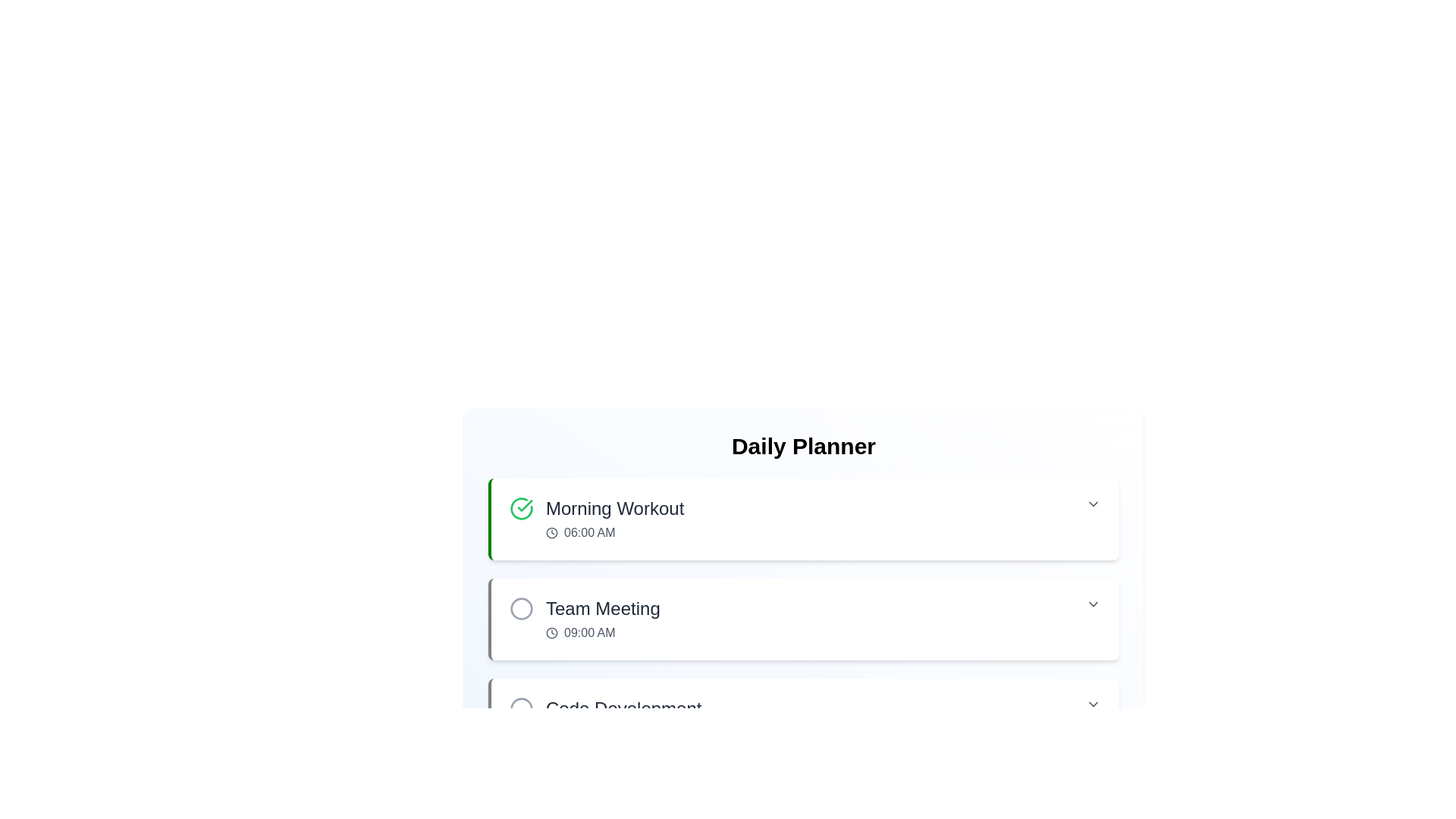  What do you see at coordinates (528, 607) in the screenshot?
I see `the gray circular Status Indicator Icon located to the left of the 'Team Meeting' text within the card labeled 'Team Meeting 09:00 AM'` at bounding box center [528, 607].